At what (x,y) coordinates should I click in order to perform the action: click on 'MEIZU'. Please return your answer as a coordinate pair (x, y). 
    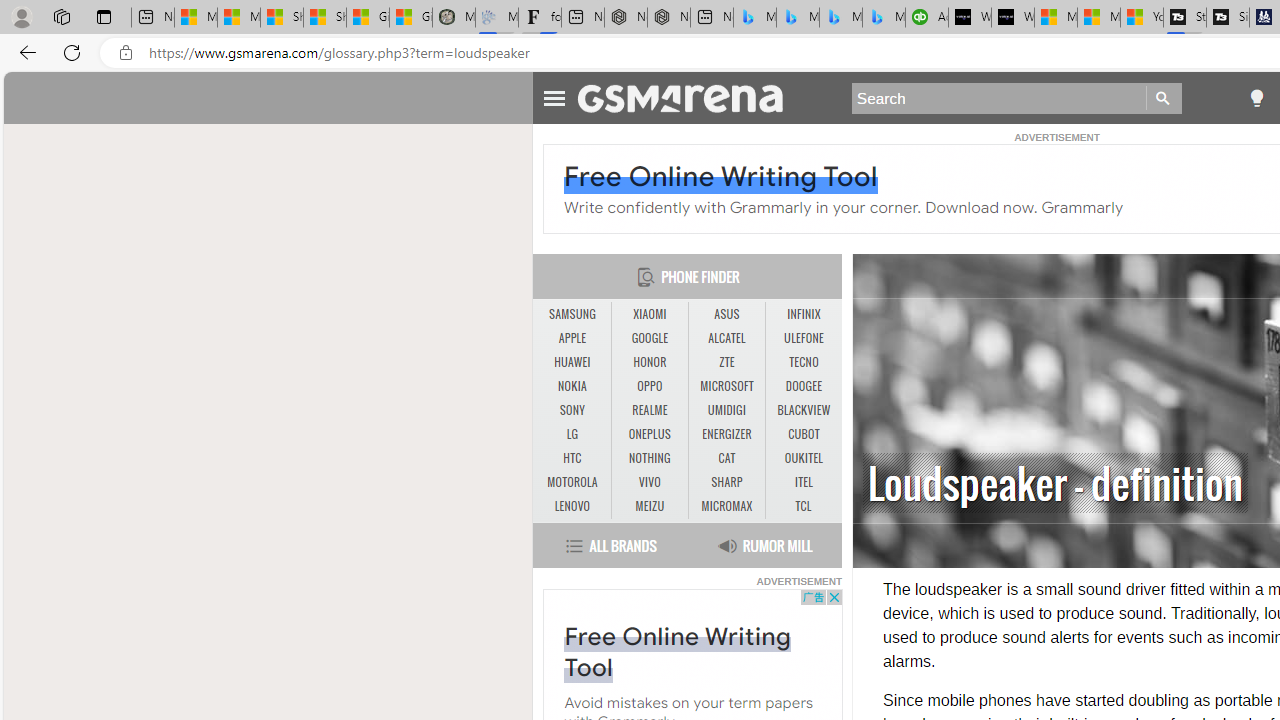
    Looking at the image, I should click on (649, 505).